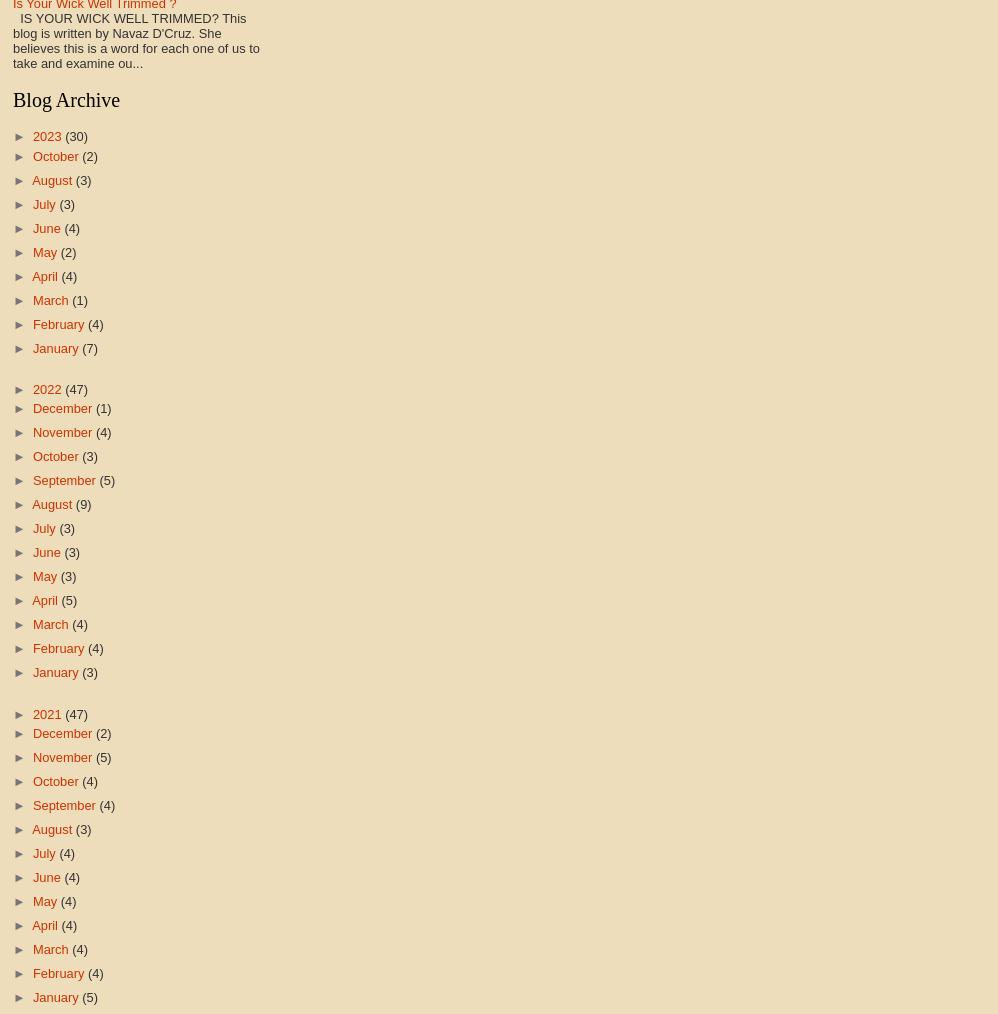 This screenshot has width=998, height=1014. I want to click on 'IS YOUR WICK WELL TRIMMED? This blog is written by Navaz D'Cruz. She believes this is a word for each one of us to take and examine ou...', so click(136, 39).